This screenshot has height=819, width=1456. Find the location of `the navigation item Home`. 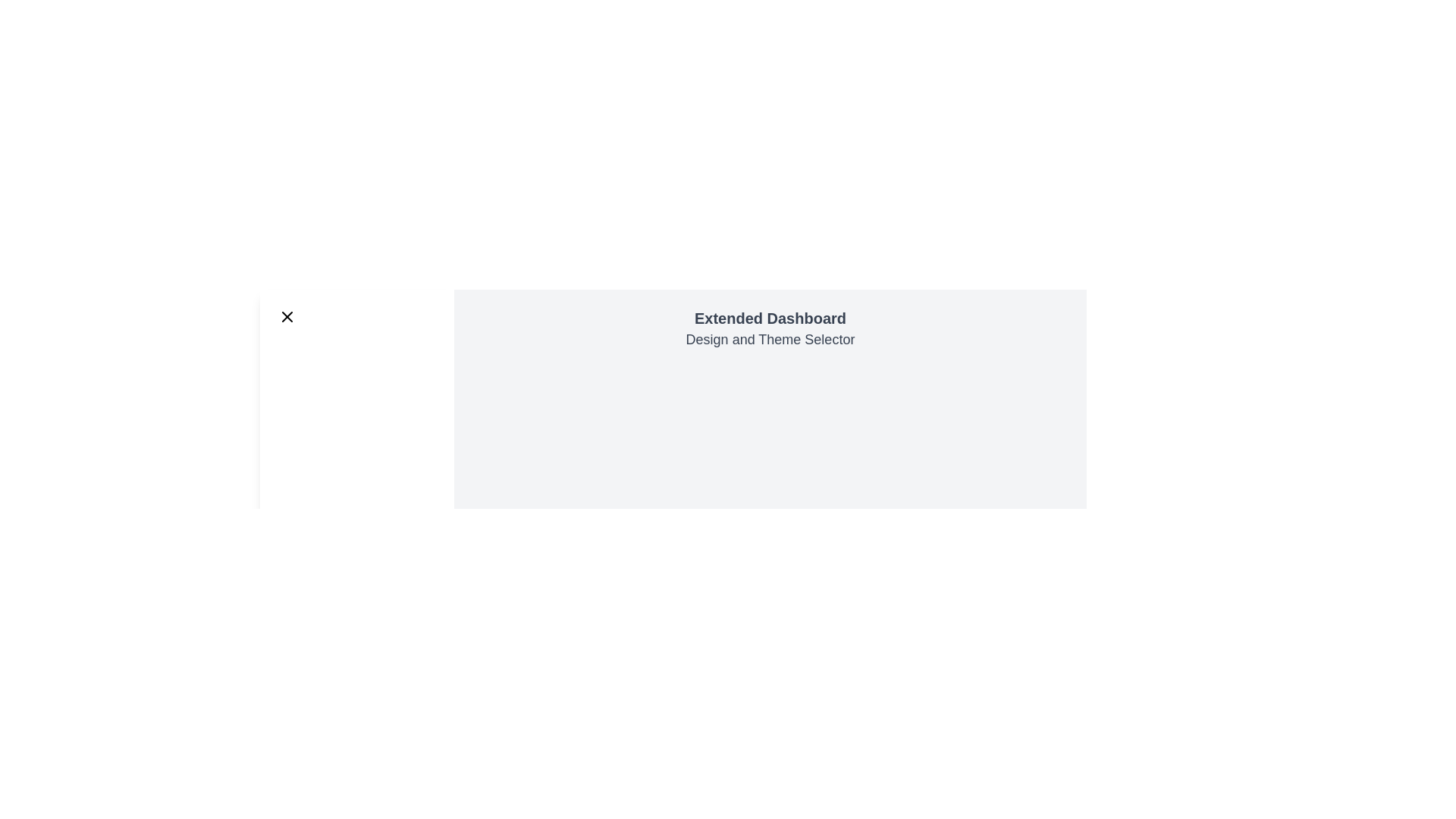

the navigation item Home is located at coordinates (356, 359).